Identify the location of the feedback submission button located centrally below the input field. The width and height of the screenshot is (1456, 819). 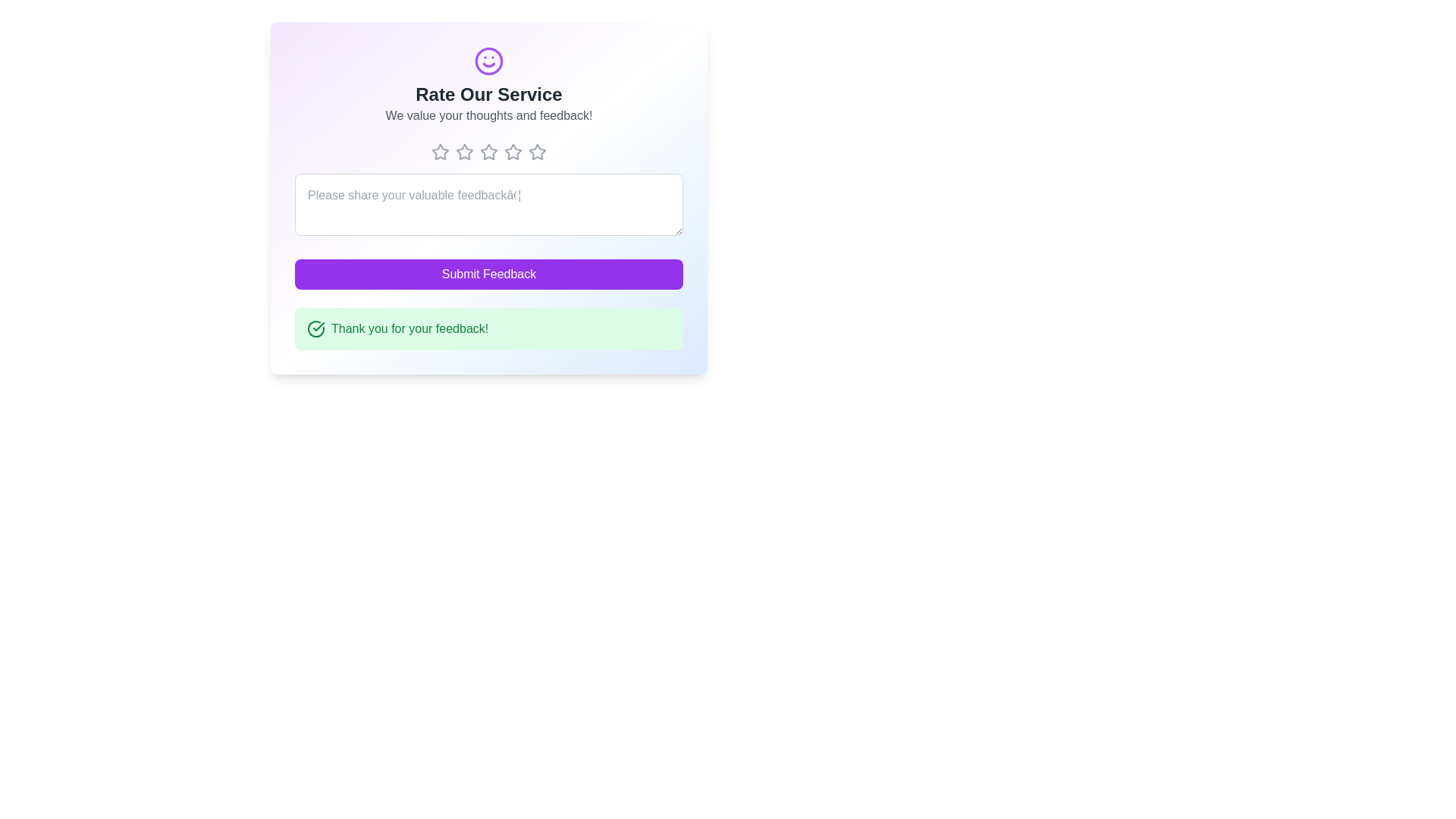
(488, 275).